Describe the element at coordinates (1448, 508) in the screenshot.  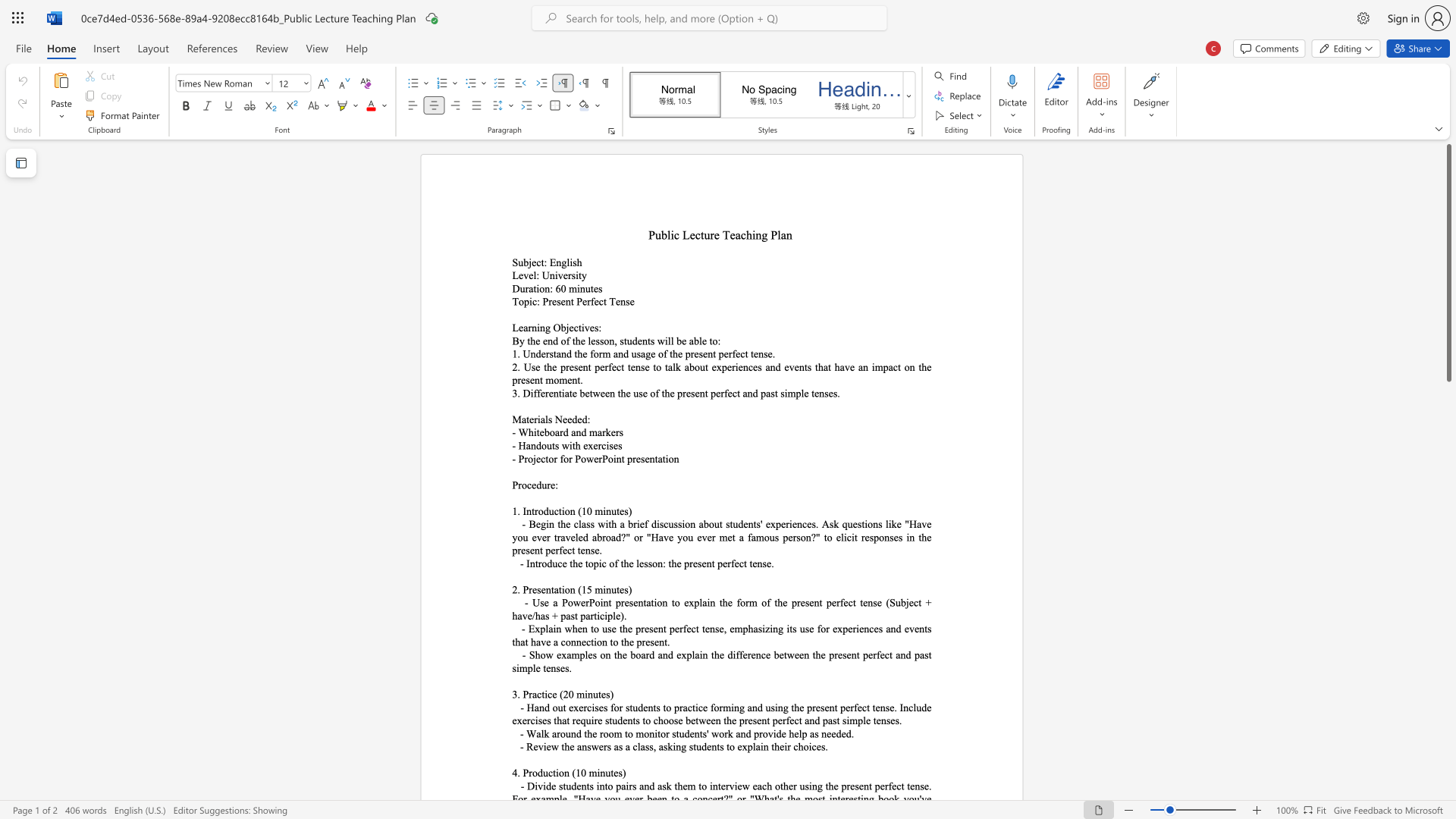
I see `the scrollbar to move the page downward` at that location.